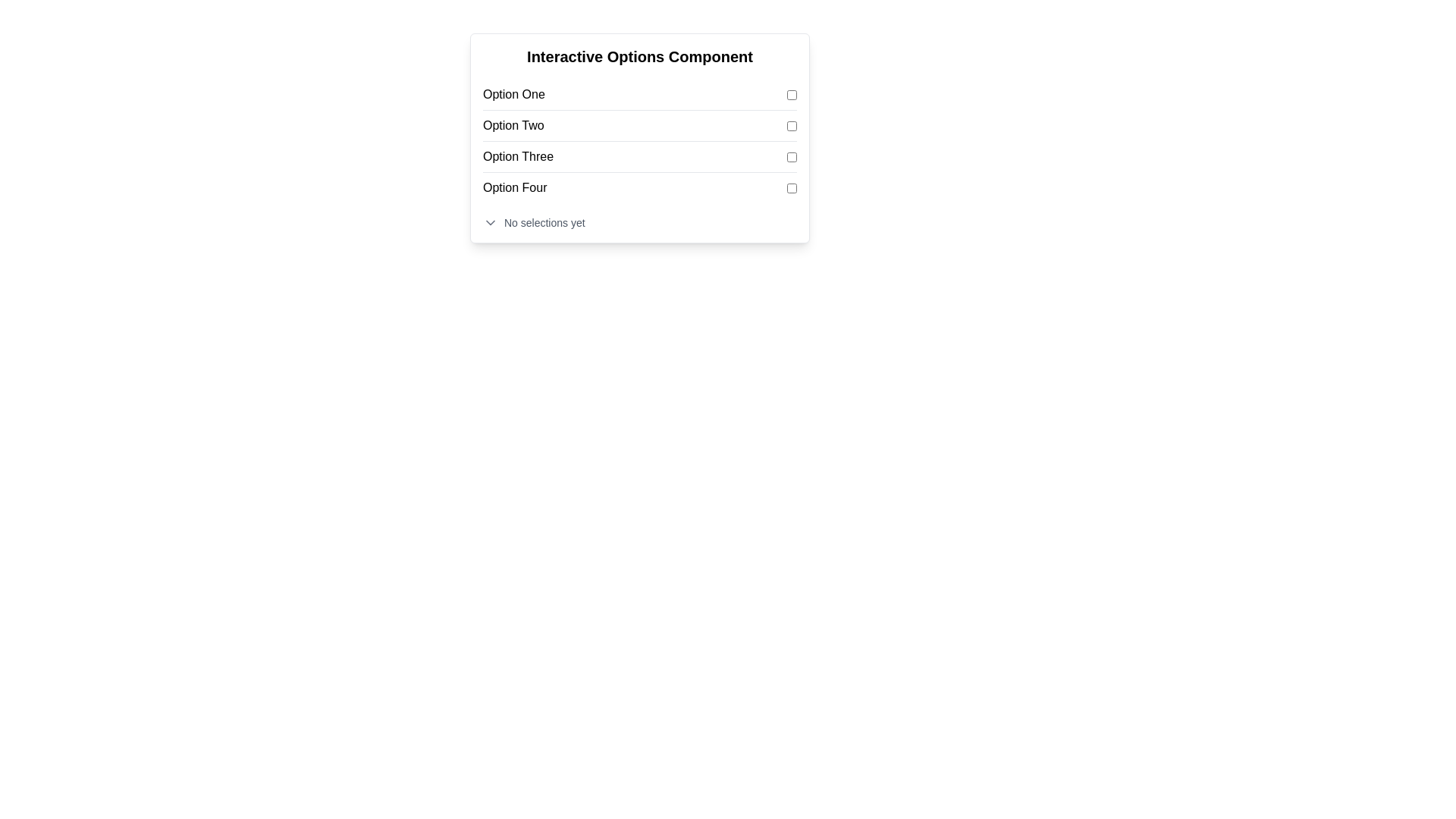 The image size is (1456, 819). Describe the element at coordinates (640, 187) in the screenshot. I see `the fourth item in the list that contains a checkbox input` at that location.